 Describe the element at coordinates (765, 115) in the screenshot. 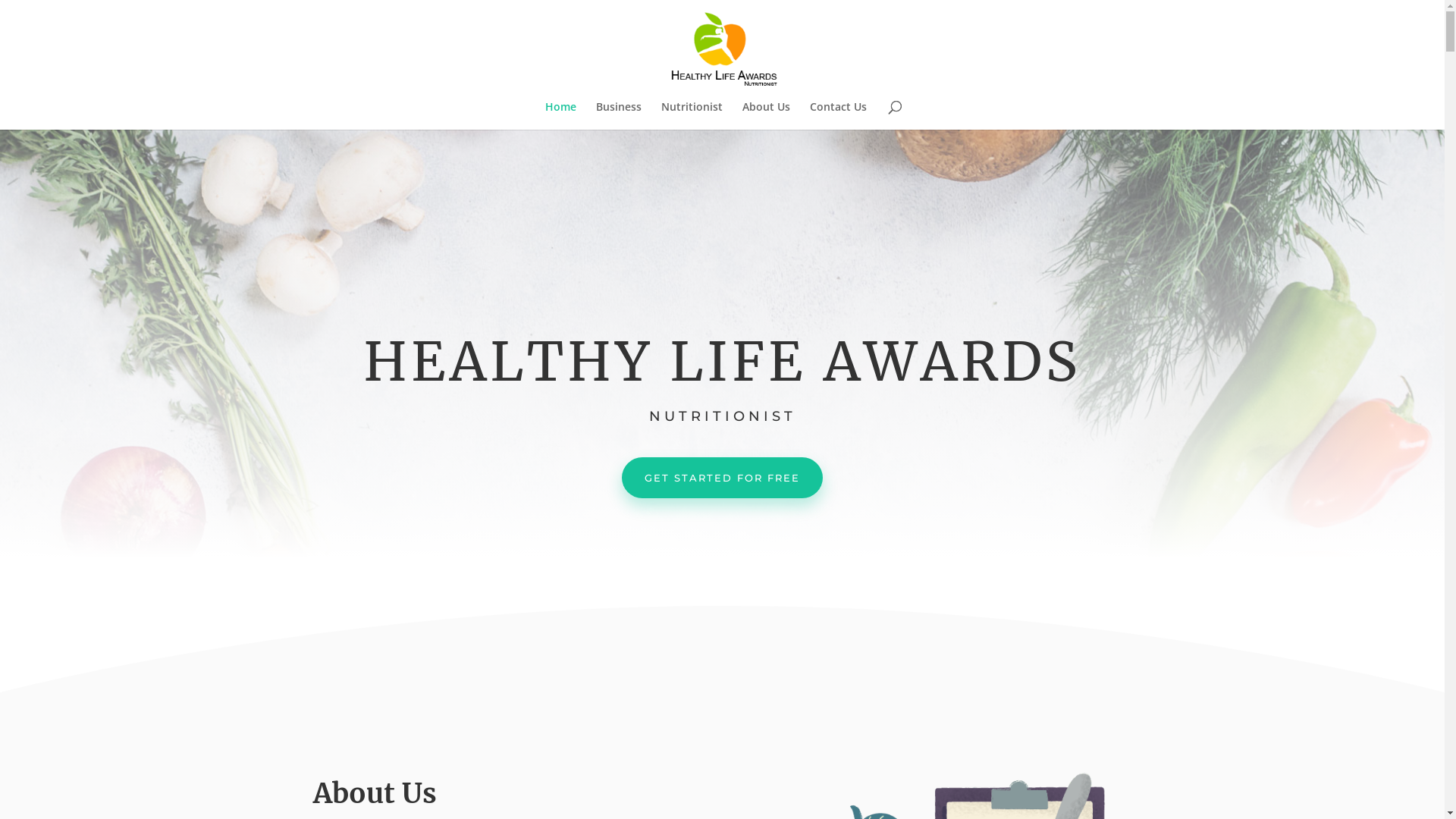

I see `'About Us'` at that location.